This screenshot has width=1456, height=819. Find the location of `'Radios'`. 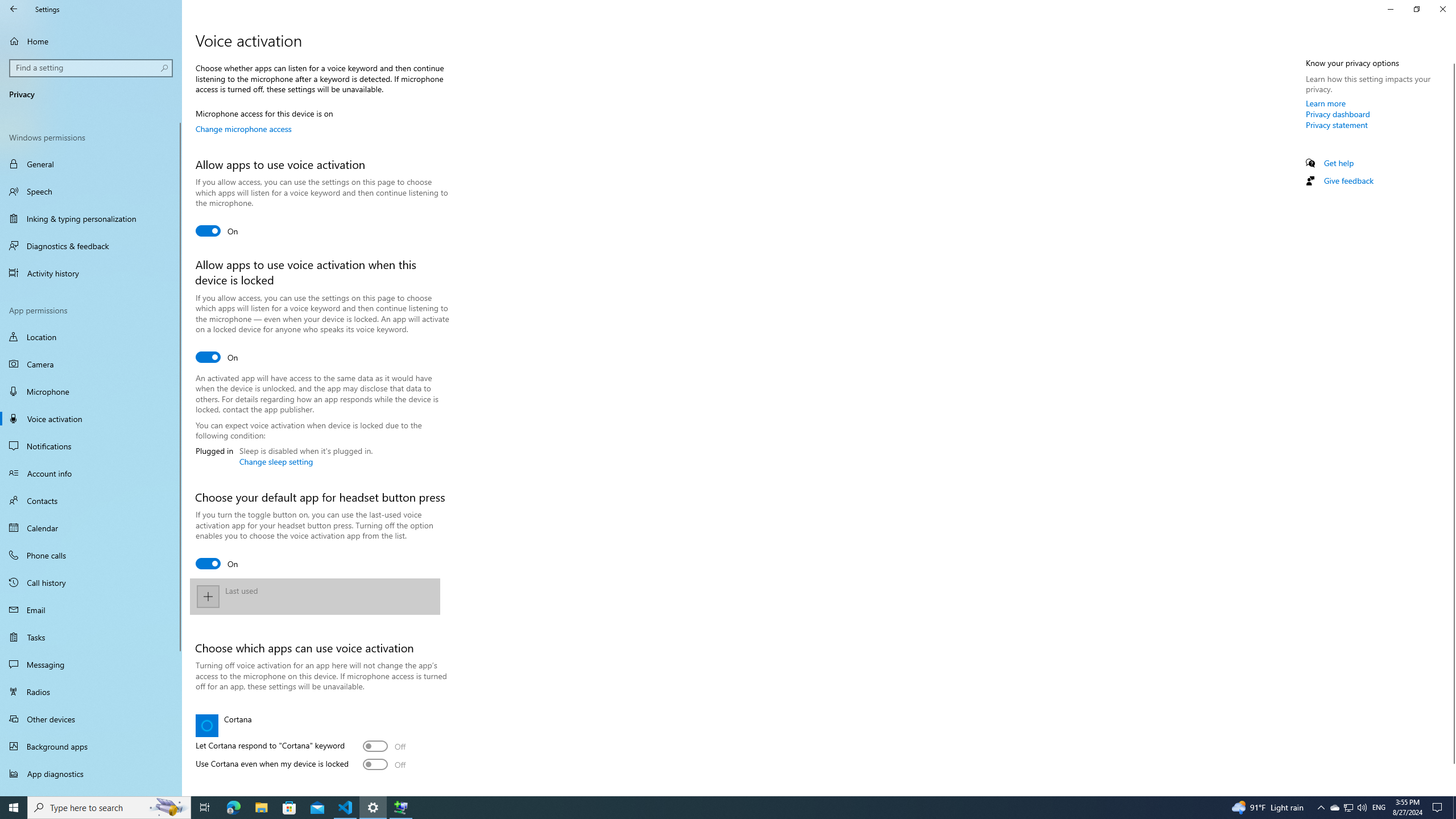

'Radios' is located at coordinates (90, 691).